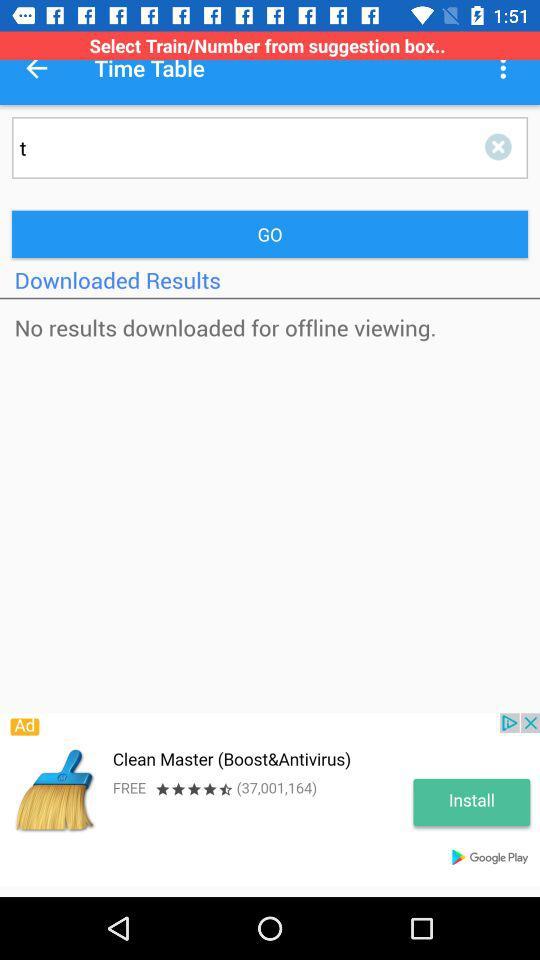 The width and height of the screenshot is (540, 960). What do you see at coordinates (270, 799) in the screenshot?
I see `advertiser banner` at bounding box center [270, 799].